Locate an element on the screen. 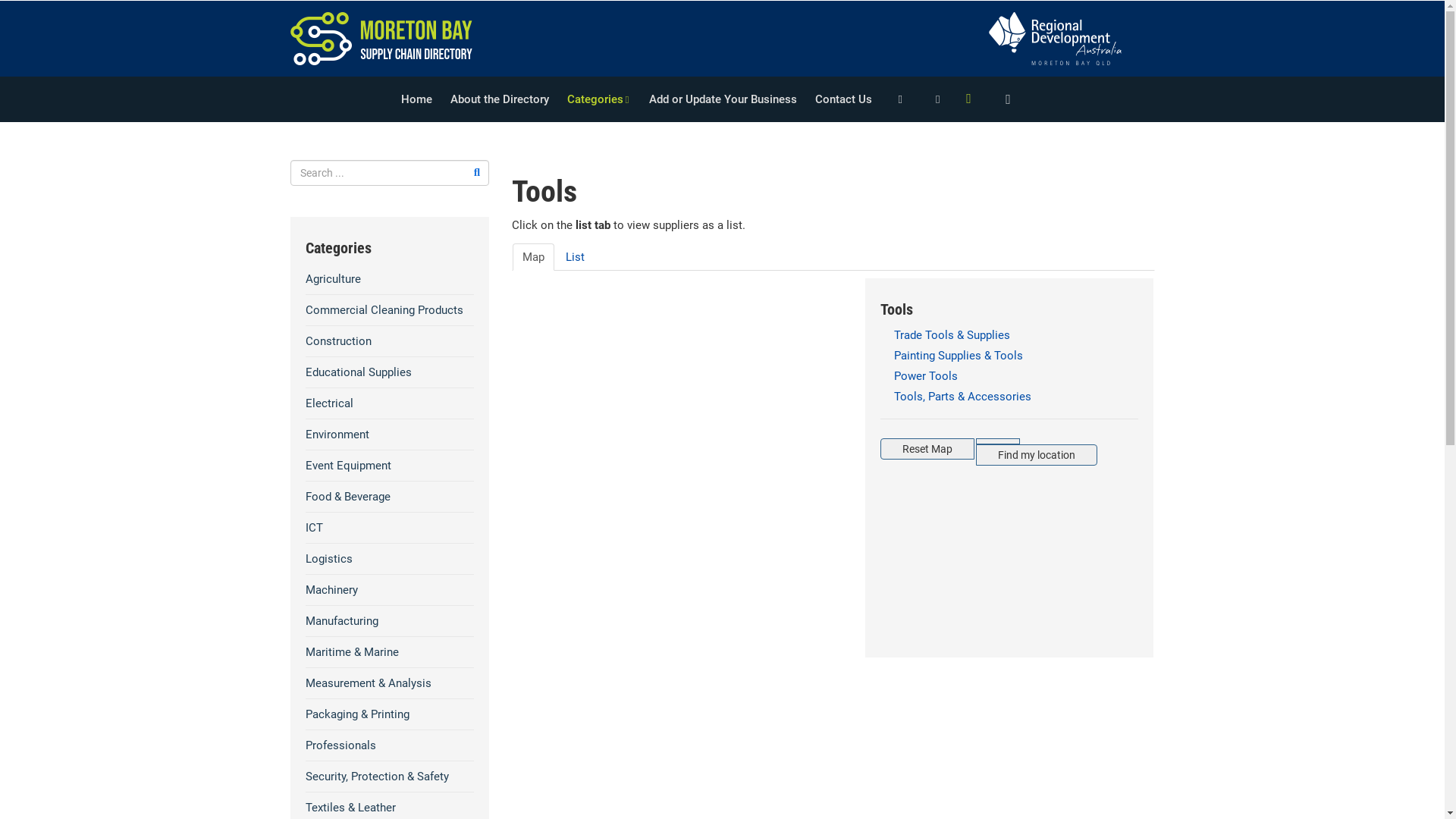  'Educational Supplies' is located at coordinates (389, 372).